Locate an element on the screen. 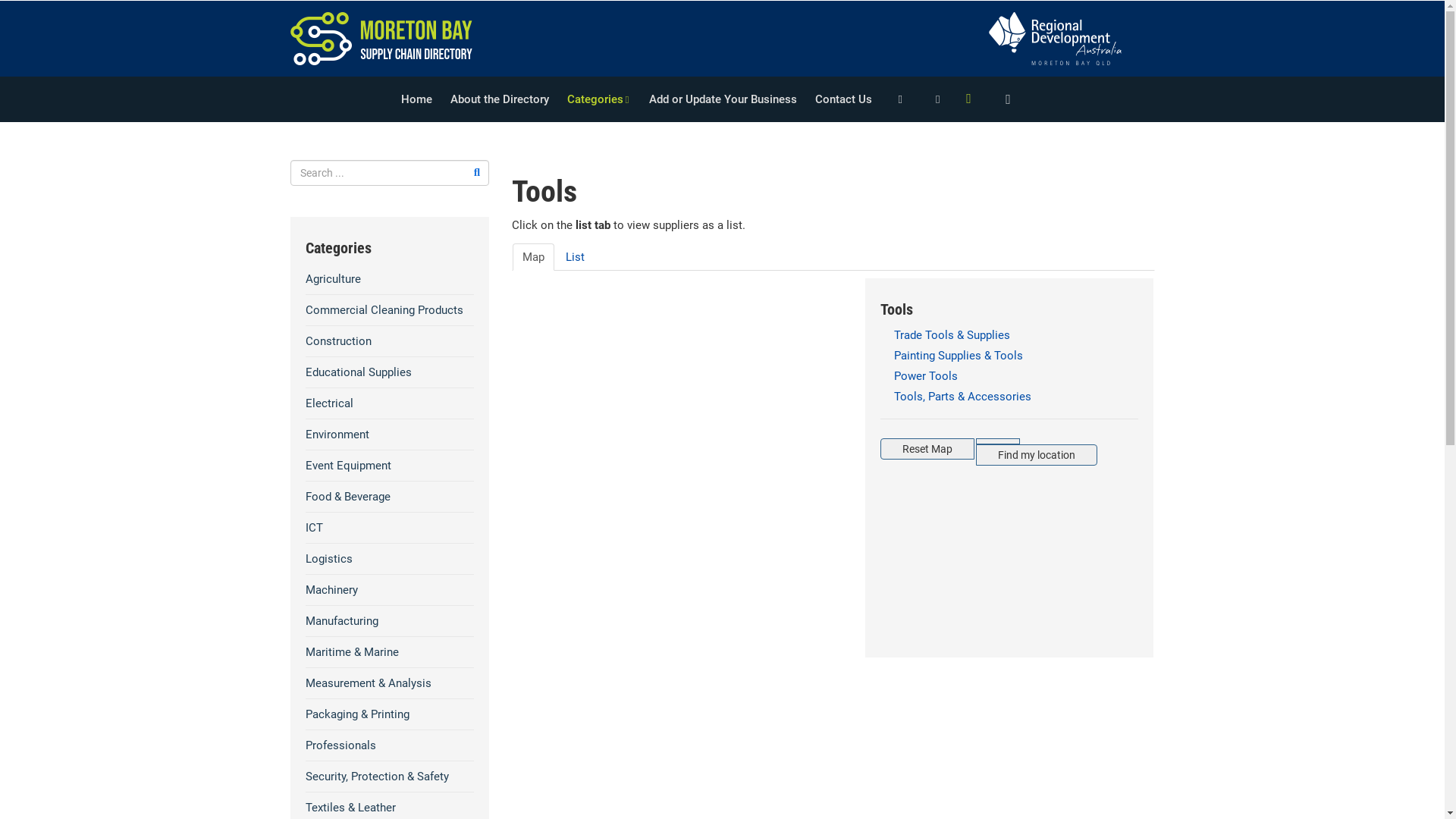  'Educational Supplies' is located at coordinates (389, 372).